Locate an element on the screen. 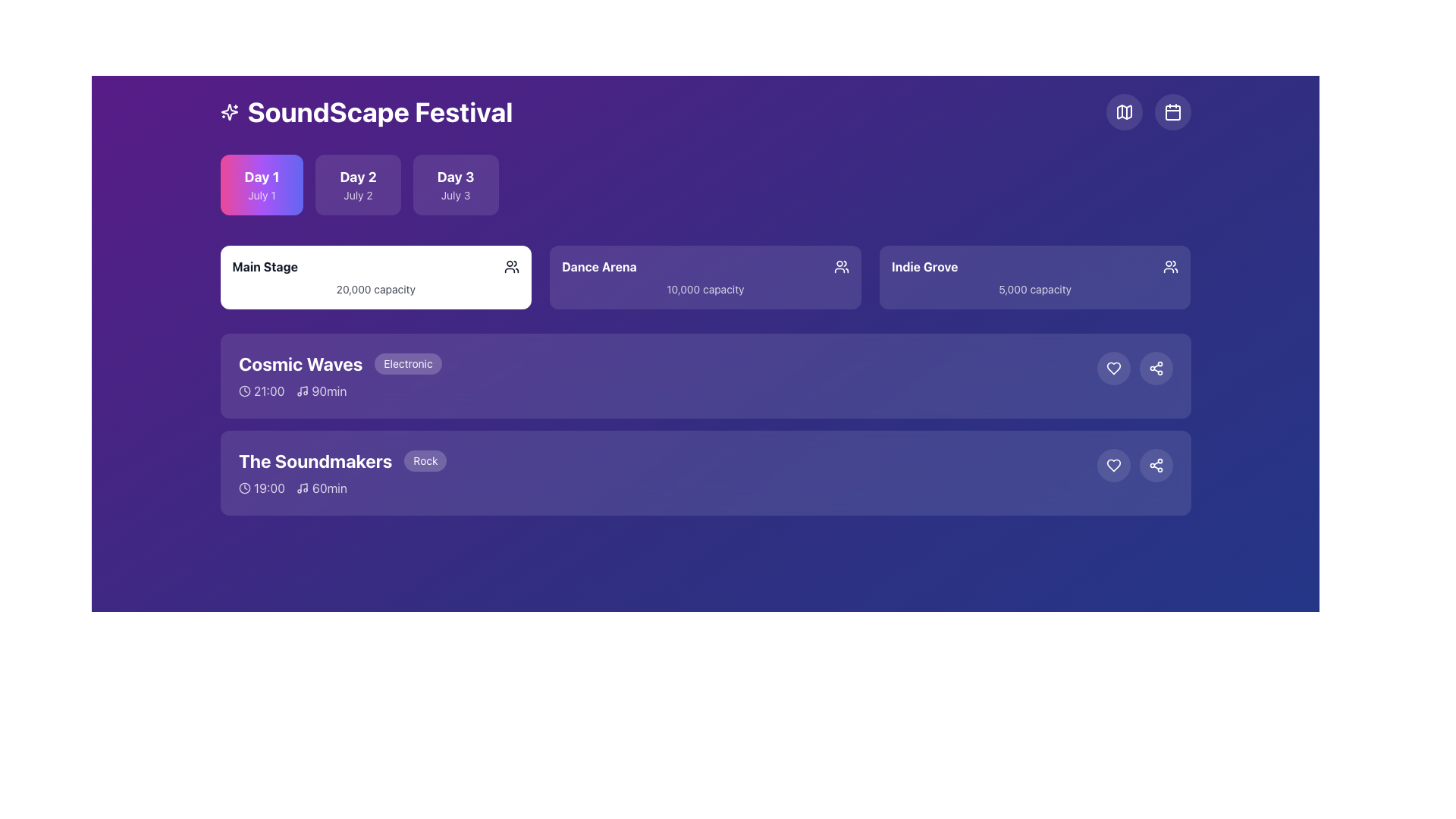  the small circular button with a map-like graphical representation located near the top-right corner of the interface, adjacent to a calendar icon is located at coordinates (1124, 111).